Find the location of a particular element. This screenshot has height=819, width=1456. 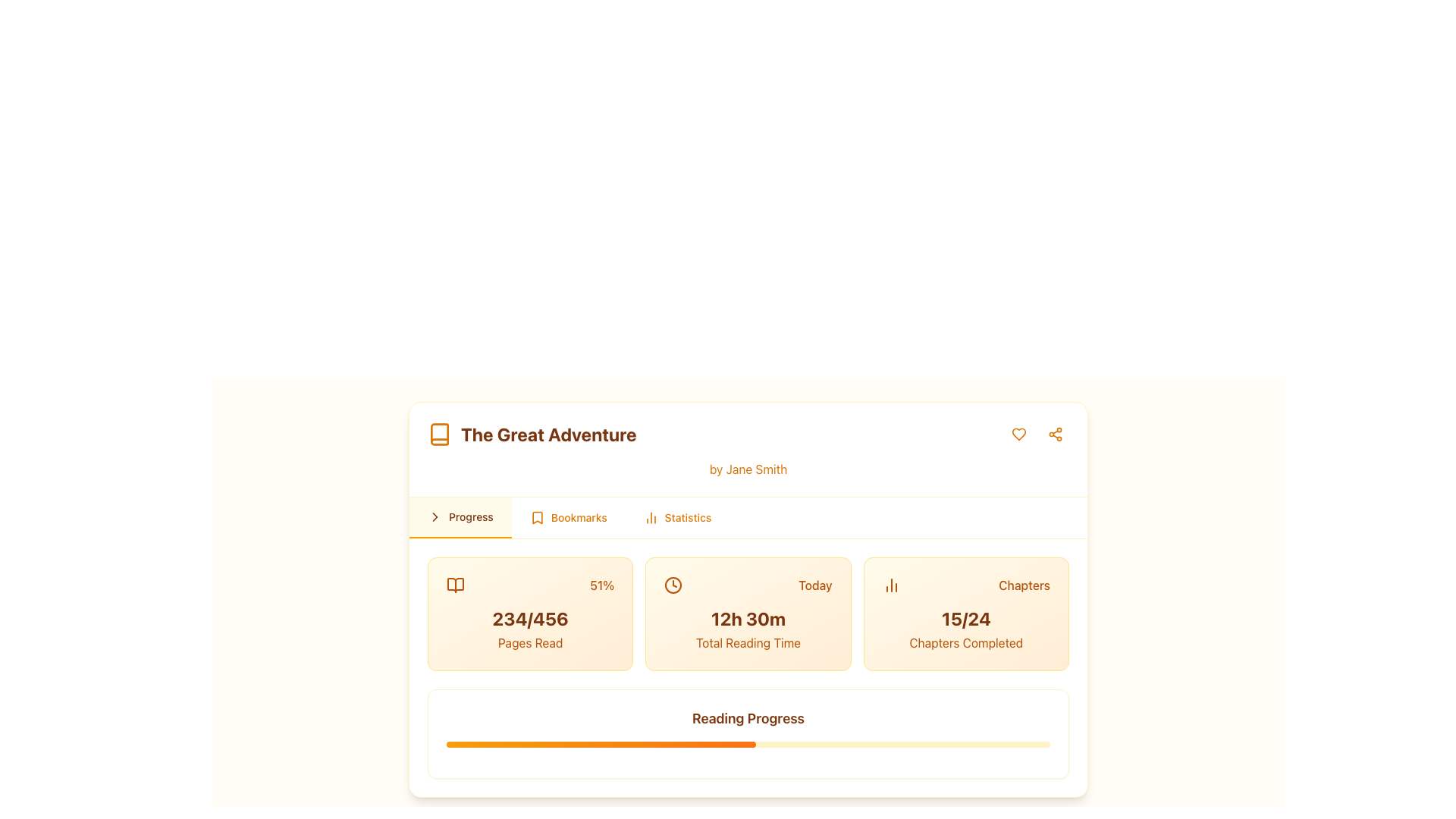

the 'Bookmarks' button in the horizontal navigation bar is located at coordinates (567, 516).